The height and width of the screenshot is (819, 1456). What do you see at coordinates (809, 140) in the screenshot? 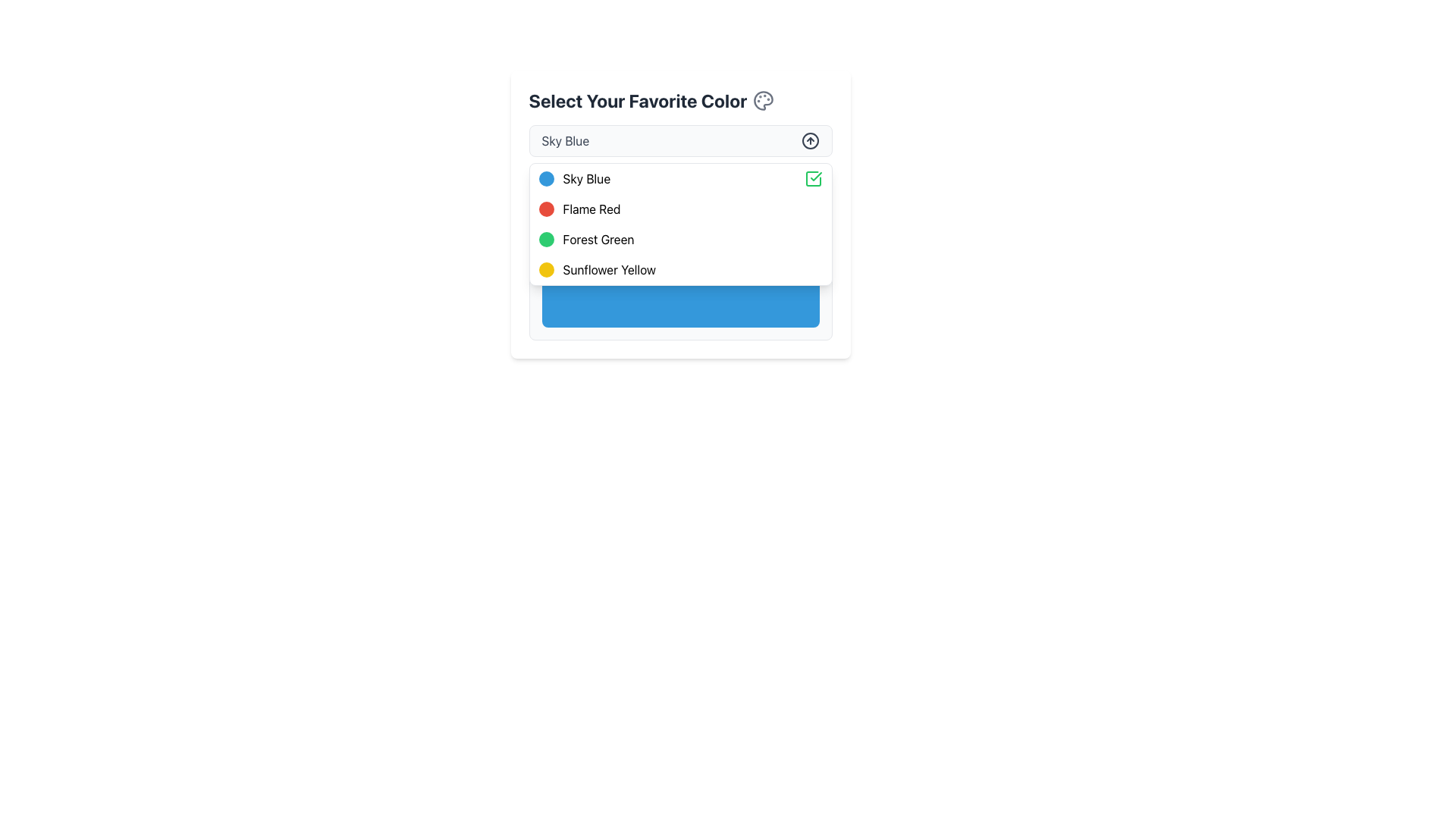
I see `the circular icon with an upward arrow located in the top-right corner of the color dropdown selection UI` at bounding box center [809, 140].